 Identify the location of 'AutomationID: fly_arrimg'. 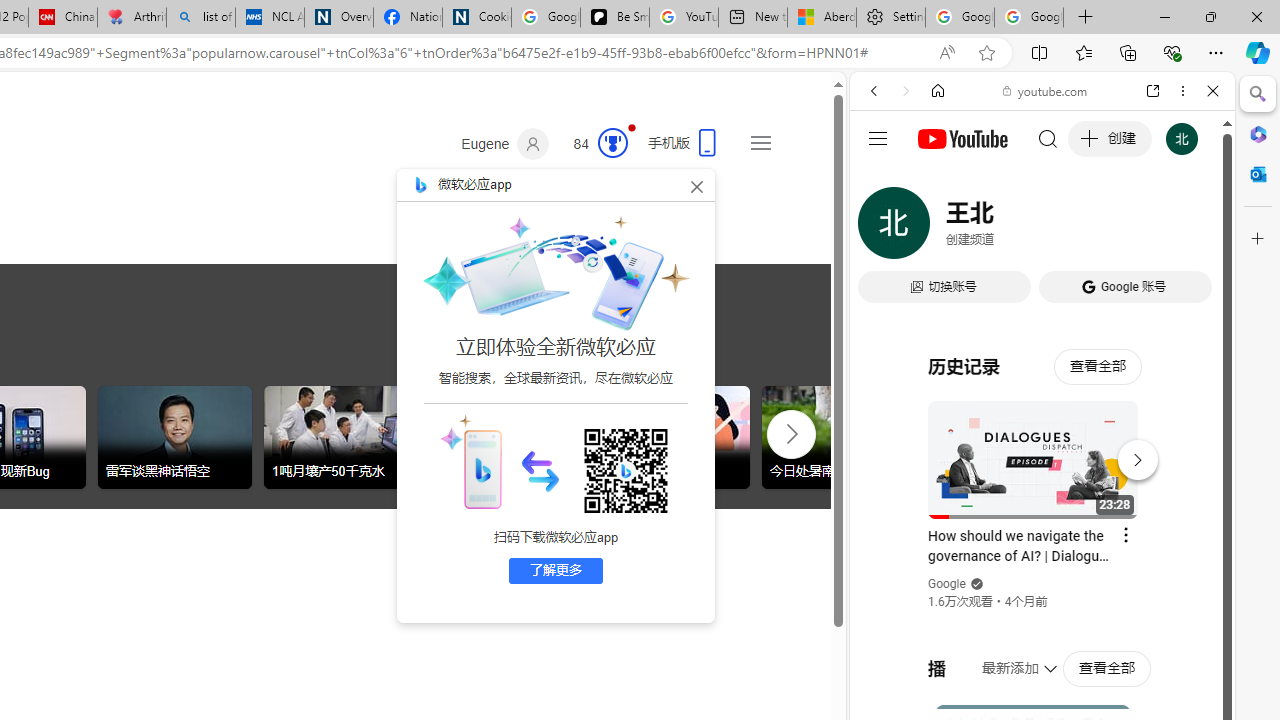
(540, 470).